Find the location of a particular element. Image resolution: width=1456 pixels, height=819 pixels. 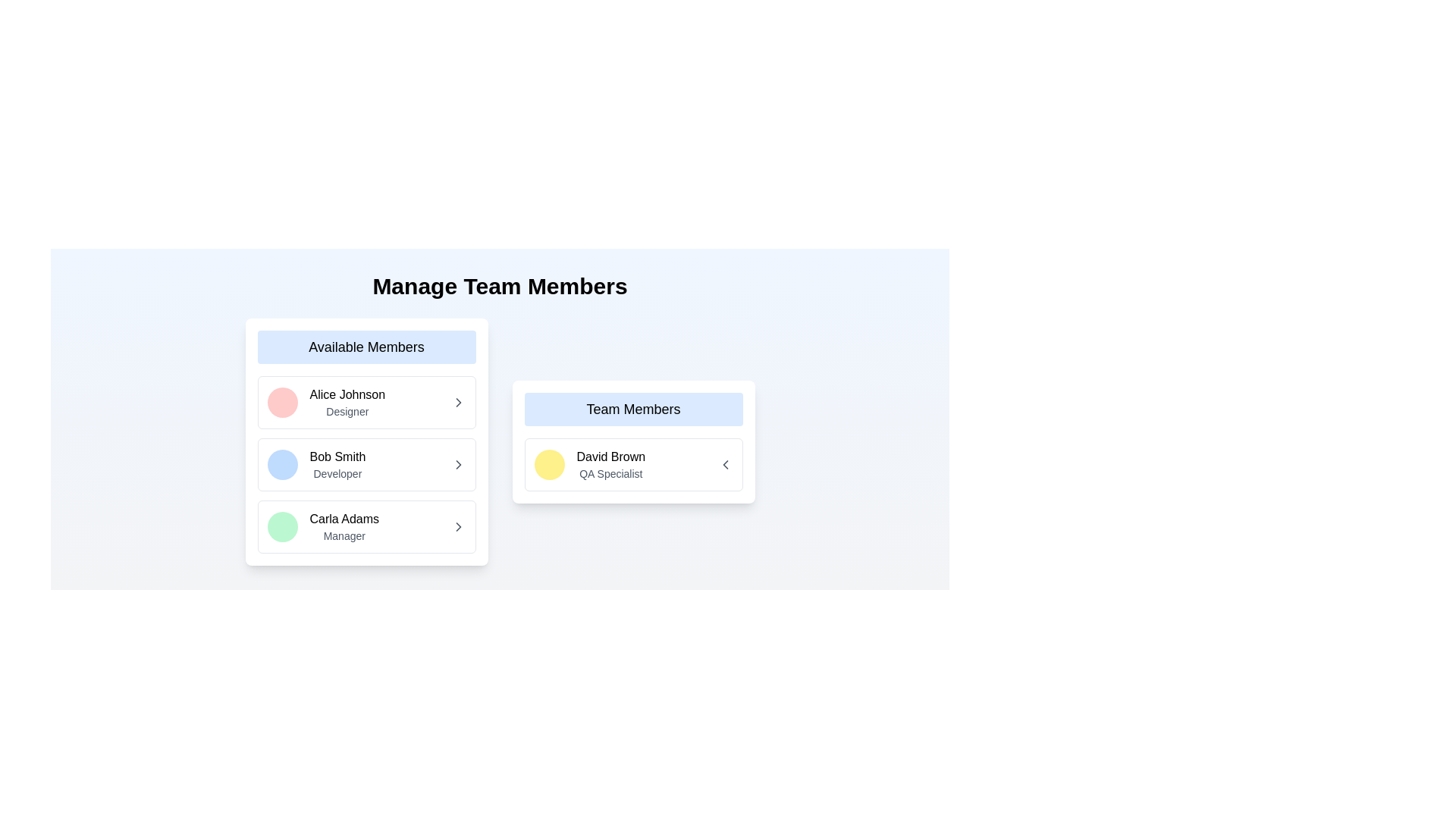

the second list item of team members, which displays 'Bob Smith' as the name and 'Developer' as the role, to emphasize it or view additional options is located at coordinates (366, 464).